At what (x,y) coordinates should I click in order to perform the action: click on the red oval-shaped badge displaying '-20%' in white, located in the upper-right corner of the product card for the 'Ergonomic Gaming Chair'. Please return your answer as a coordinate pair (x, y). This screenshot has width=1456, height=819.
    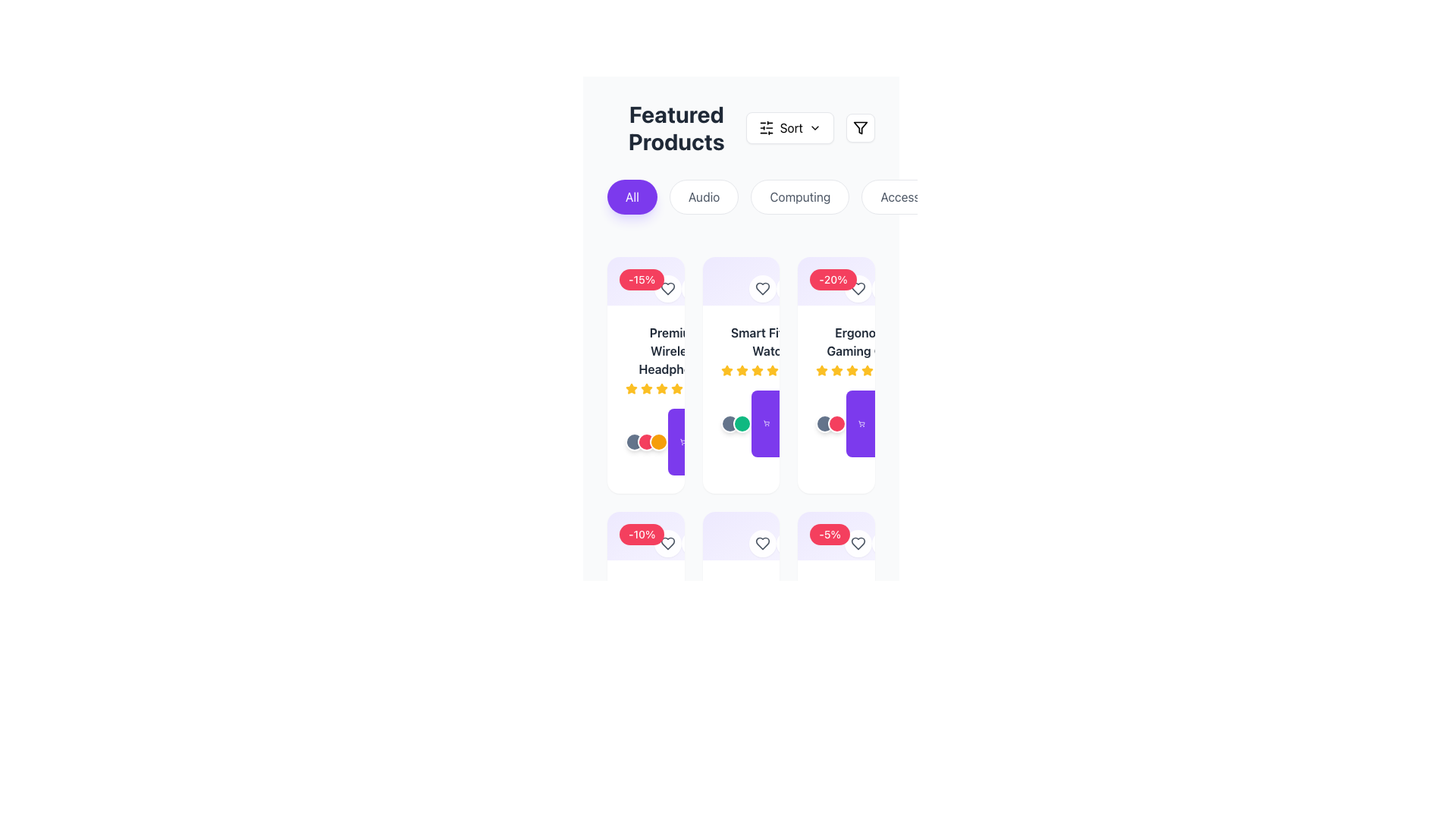
    Looking at the image, I should click on (834, 286).